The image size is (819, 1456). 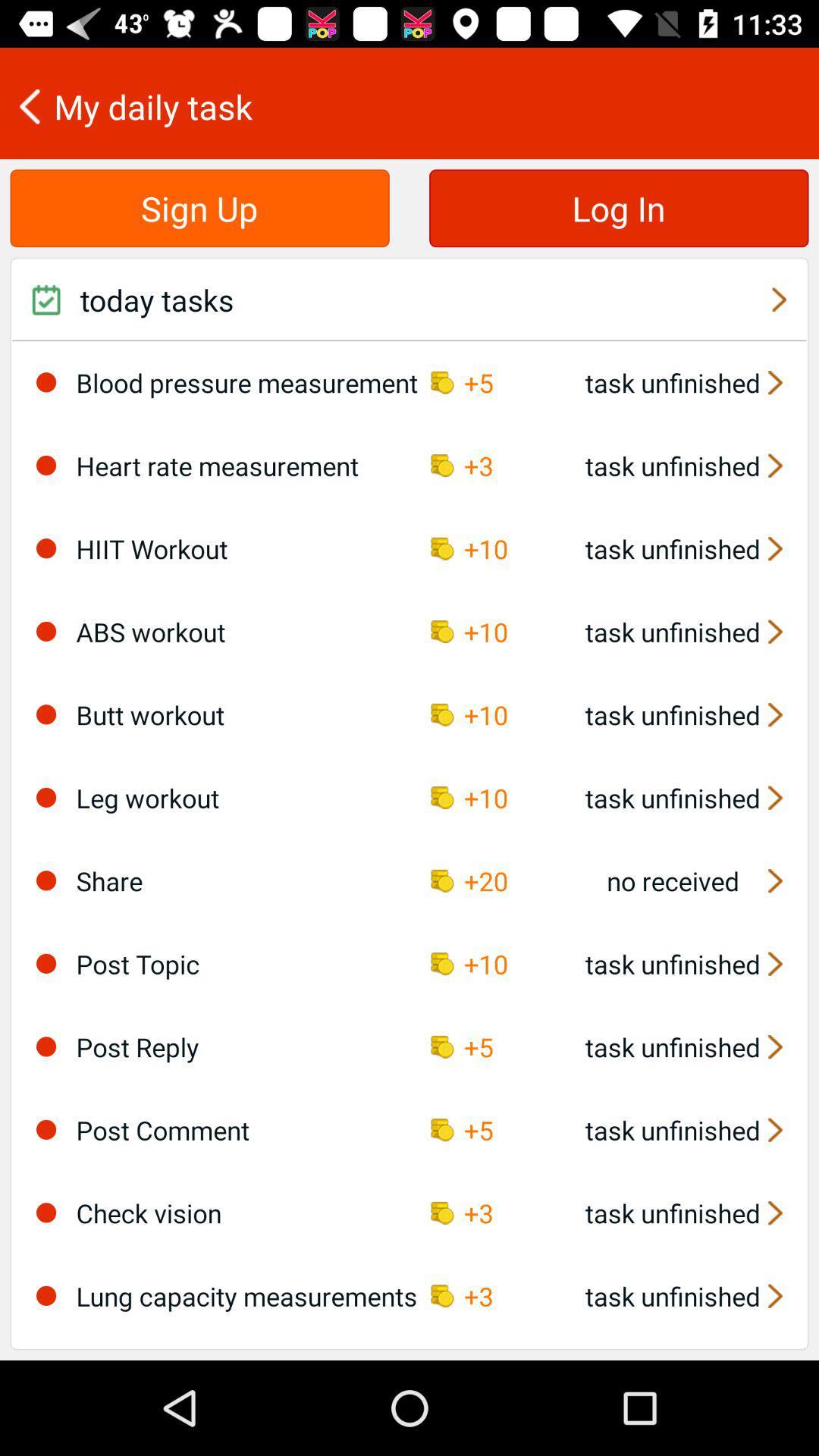 What do you see at coordinates (45, 714) in the screenshot?
I see `list dot marker` at bounding box center [45, 714].